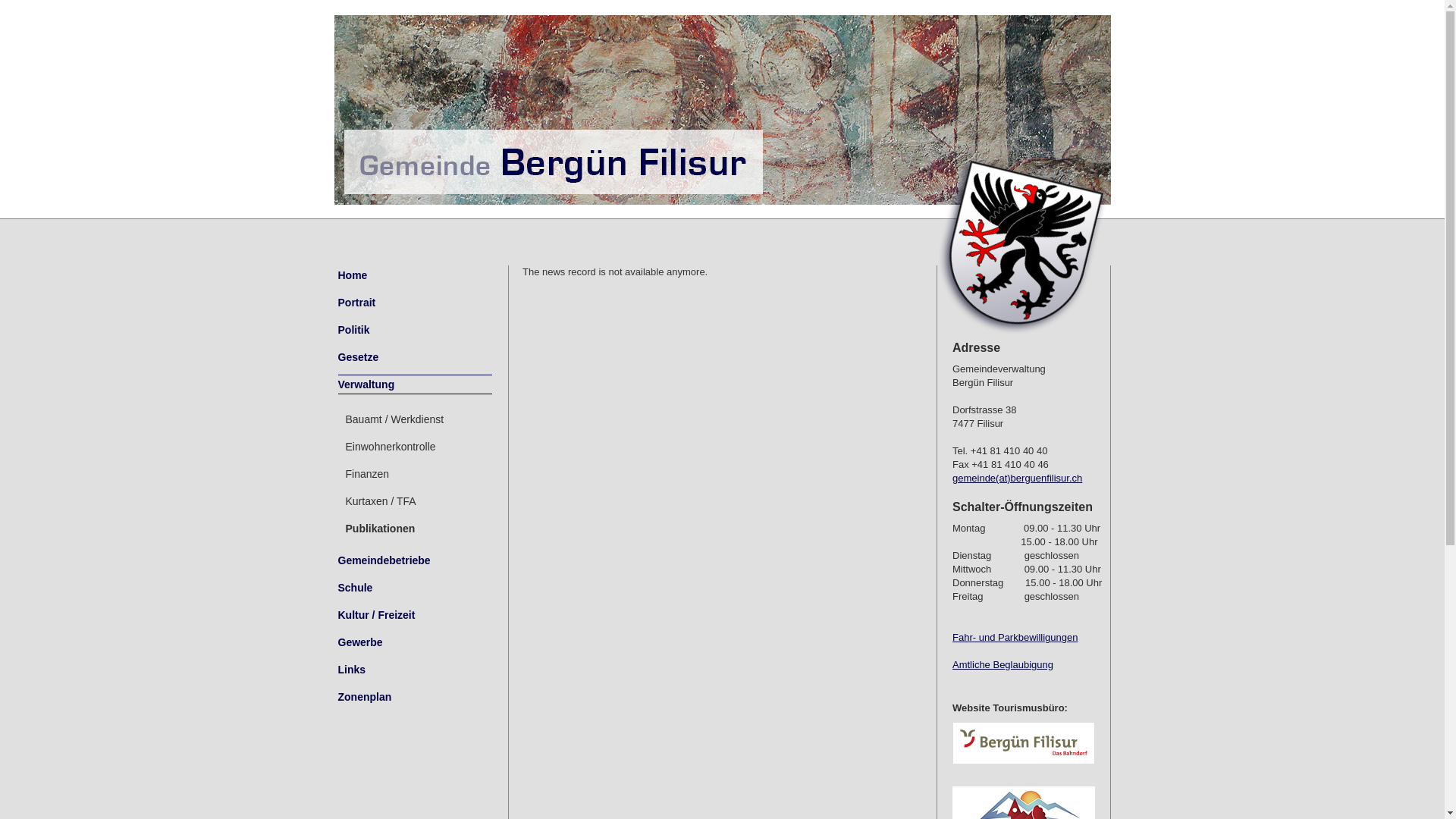 The width and height of the screenshot is (1456, 819). Describe the element at coordinates (415, 383) in the screenshot. I see `'Verwaltung'` at that location.